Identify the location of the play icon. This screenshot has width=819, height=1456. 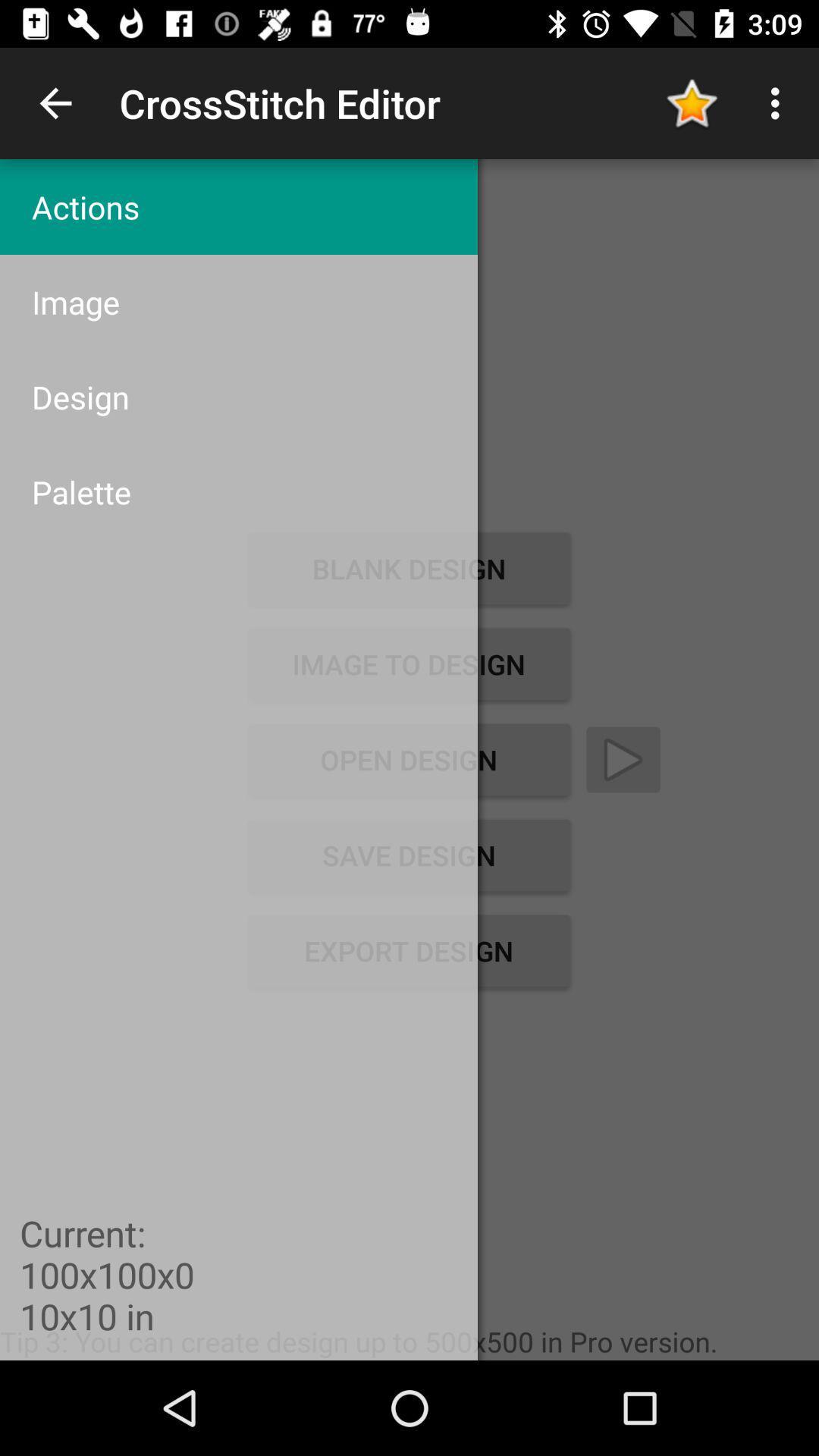
(623, 760).